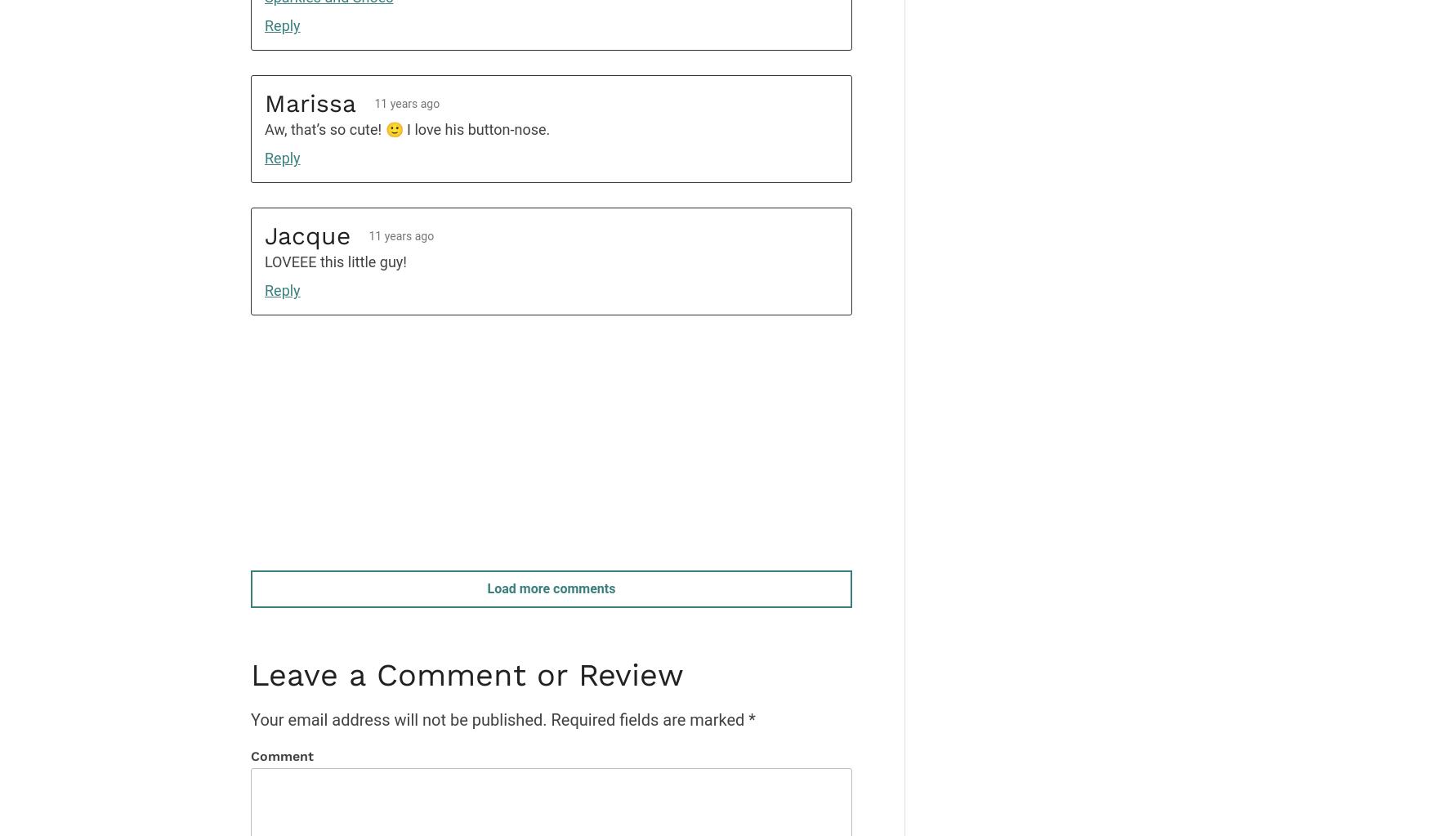 The image size is (1456, 836). What do you see at coordinates (752, 718) in the screenshot?
I see `'*'` at bounding box center [752, 718].